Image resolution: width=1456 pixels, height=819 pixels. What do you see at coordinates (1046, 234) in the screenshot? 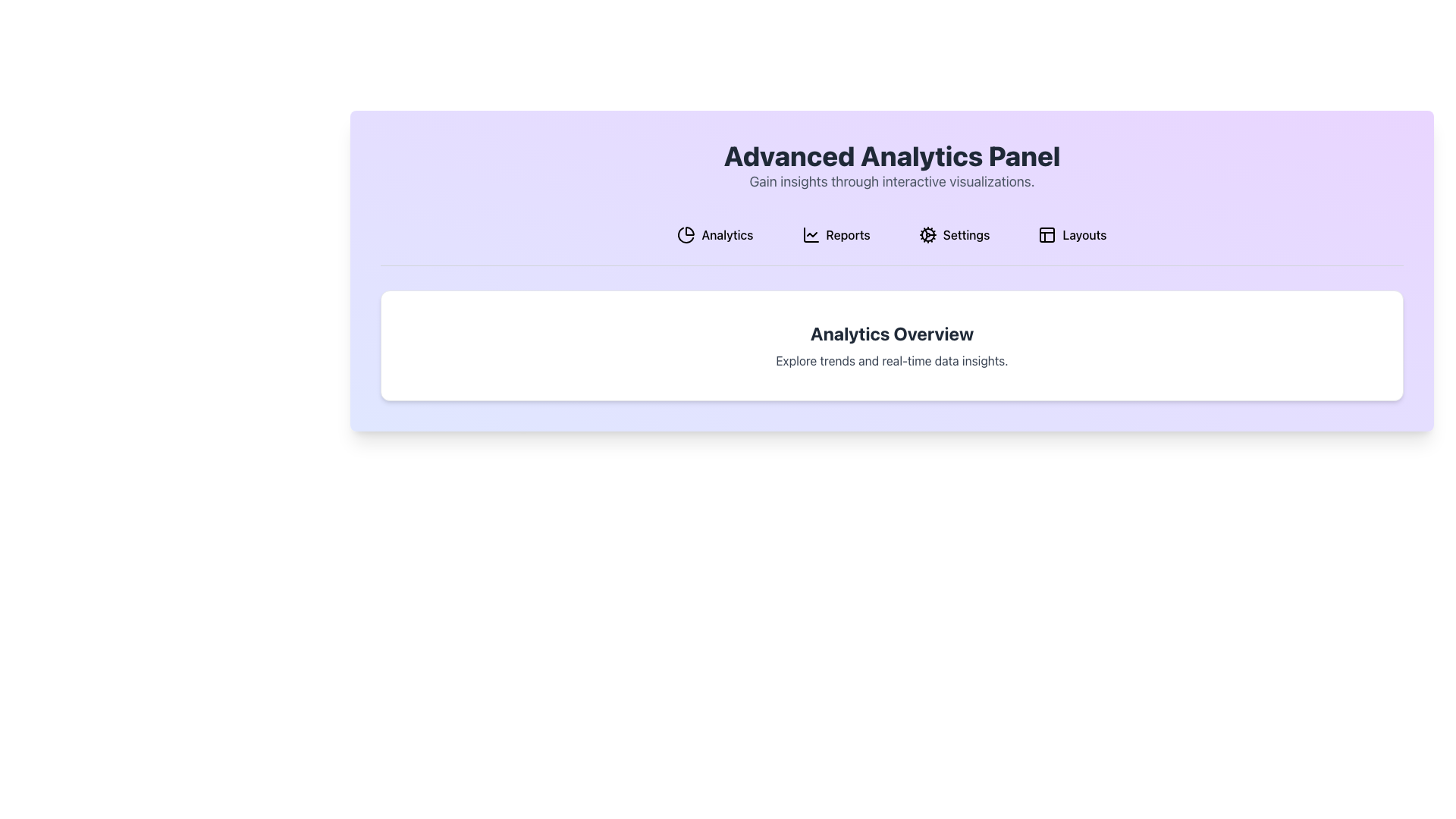
I see `the rectangular icon styled as a grid layout in the navigation header, located next to the 'Layouts' label` at bounding box center [1046, 234].